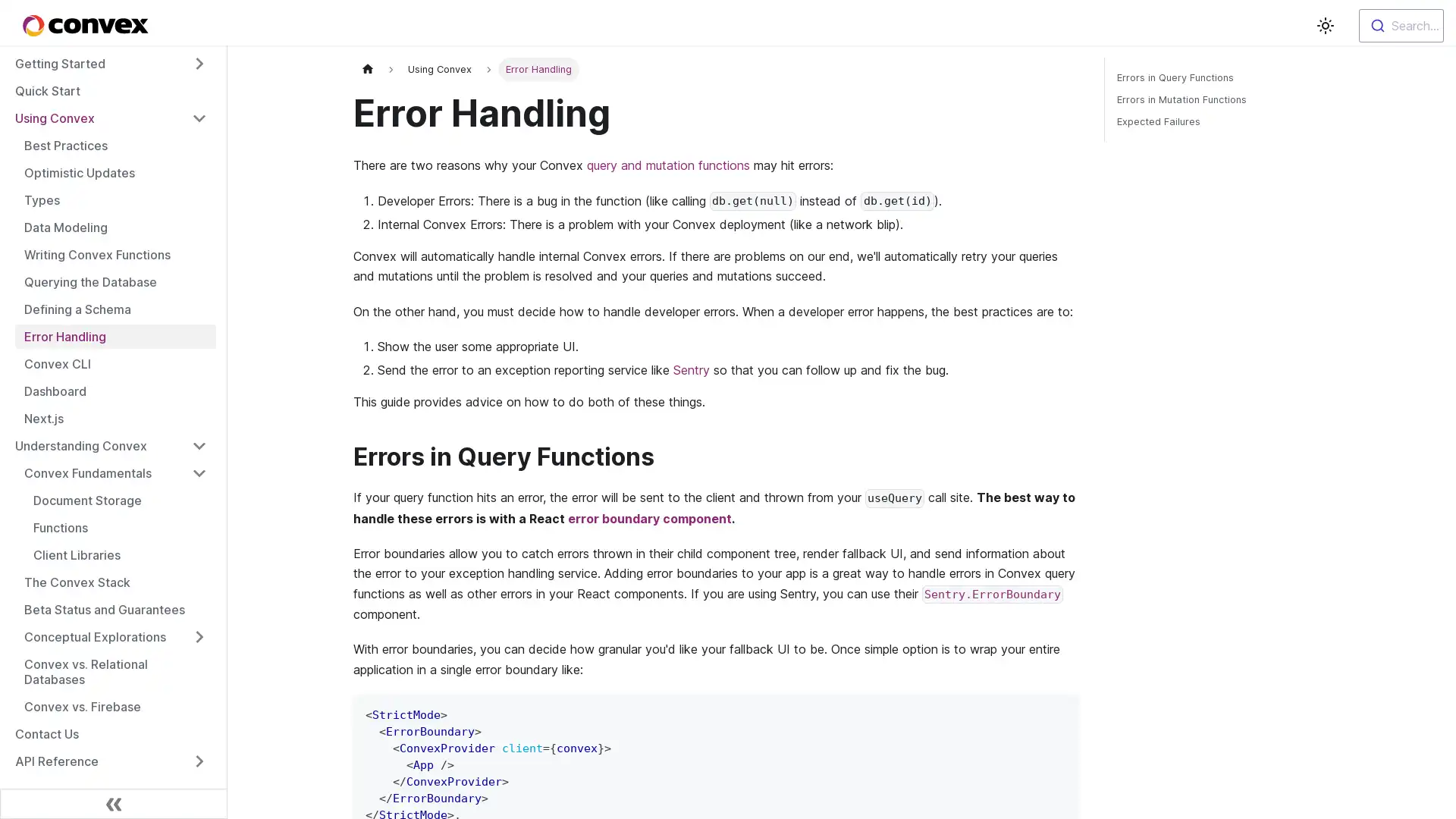 The width and height of the screenshot is (1456, 819). What do you see at coordinates (199, 472) in the screenshot?
I see `Toggle the collapsible sidebar category 'Convex Fundamentals'` at bounding box center [199, 472].